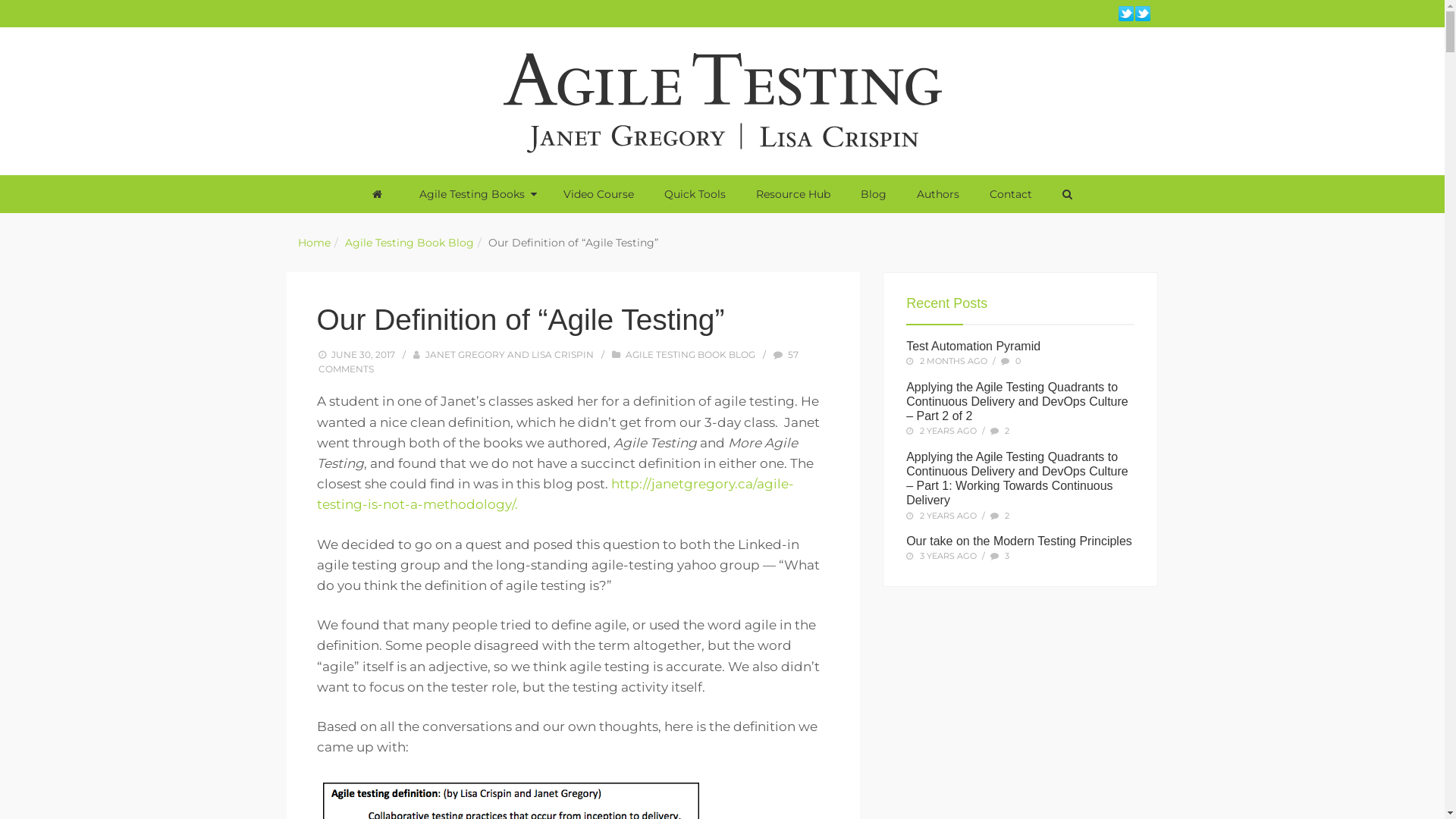  What do you see at coordinates (1019, 540) in the screenshot?
I see `'Our take on the Modern Testing Principles'` at bounding box center [1019, 540].